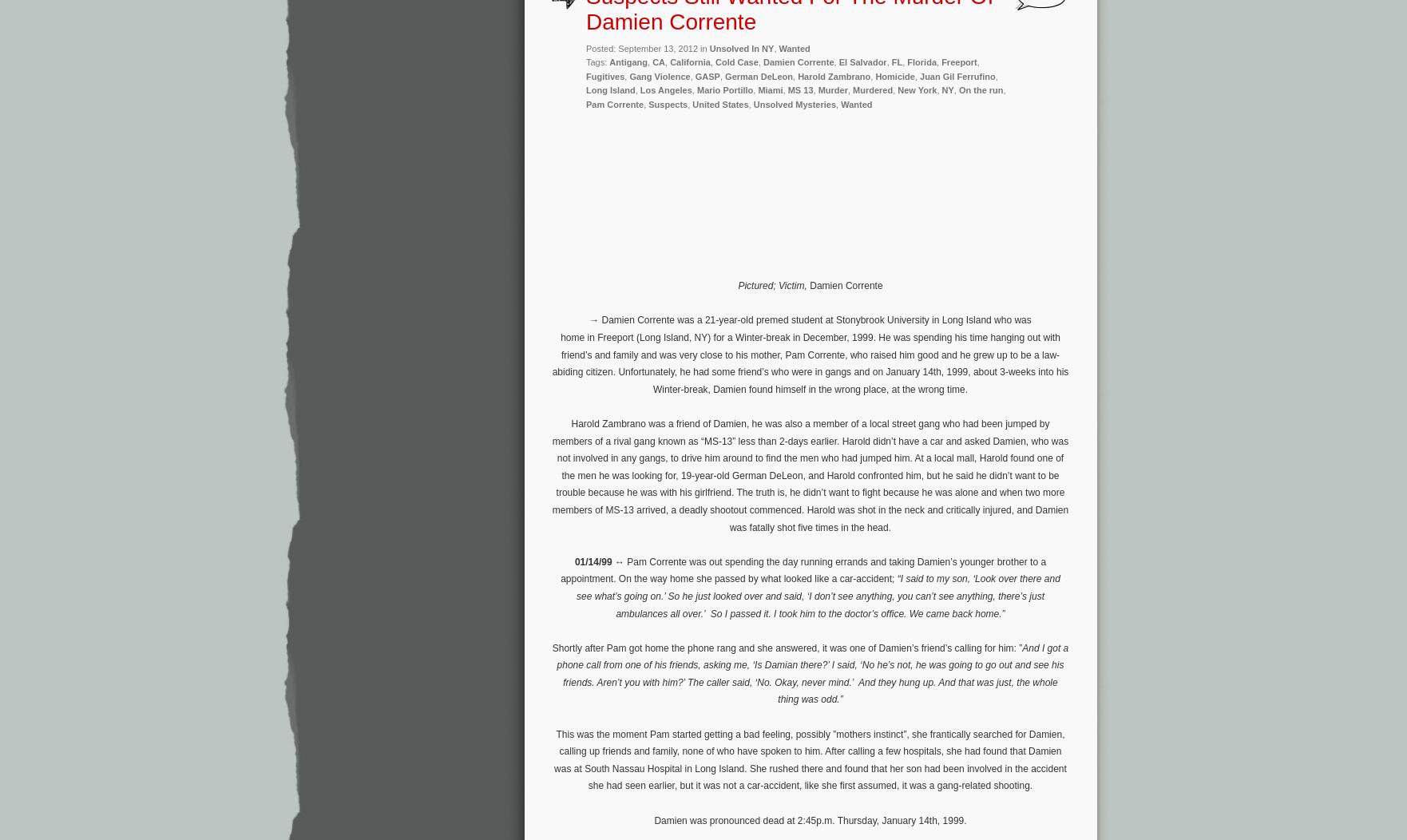 The width and height of the screenshot is (1407, 840). Describe the element at coordinates (810, 759) in the screenshot. I see `'This was the moment Pam started getting a bad feeling, possibly ”mothers instinct”, she frantically searched for Damien, calling up friends and family, none of who have spoken to him. After calling a few hospitals, she had found that Damien was at South Nassau Hospital in Long Island. She rushed there and found that her son had been involved in the accident she had seen earlier, but it was not a car-accident, like she first assumed, it was a gang-related shooting.'` at that location.